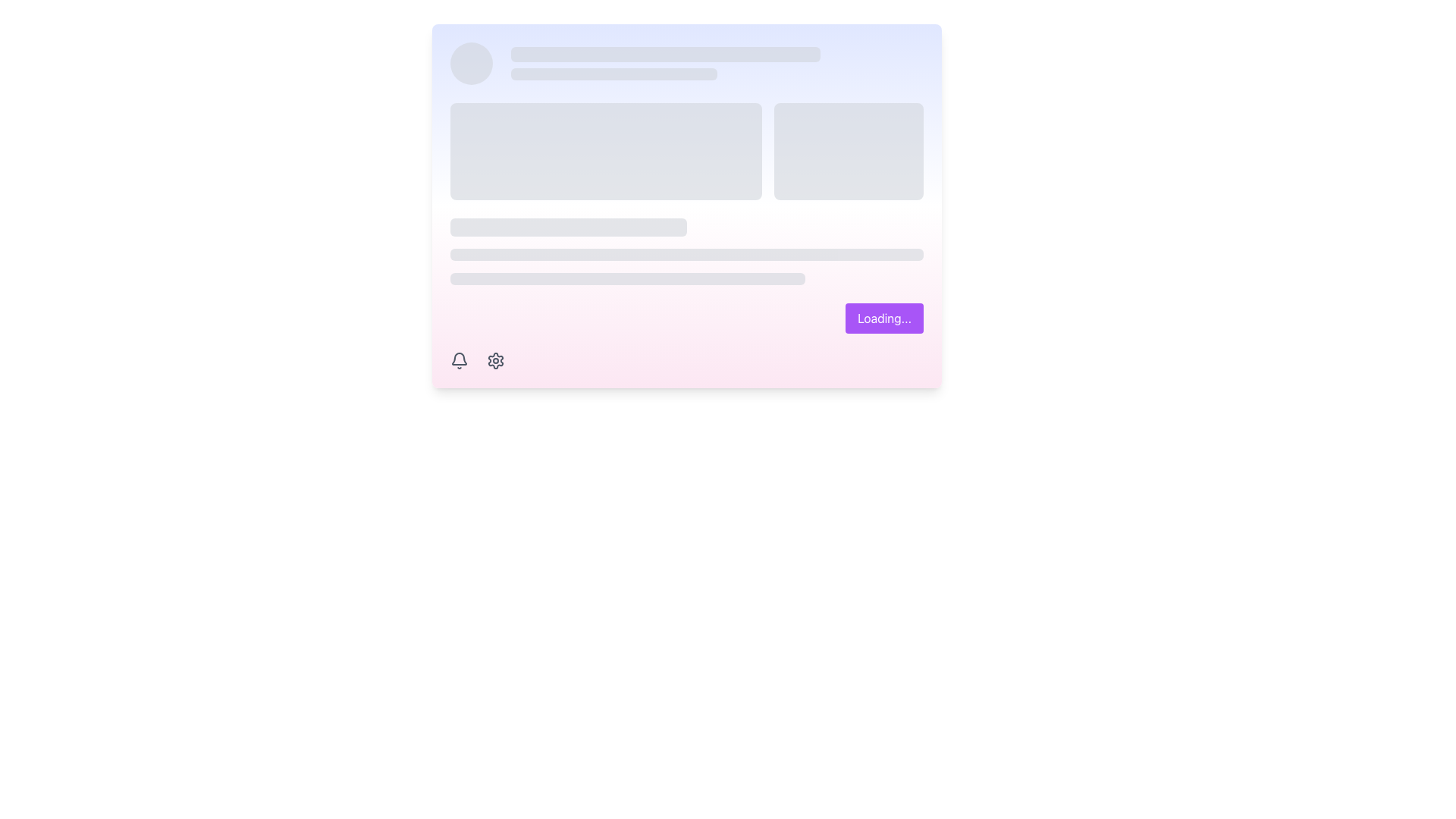  Describe the element at coordinates (666, 54) in the screenshot. I see `the Placeholder bar located at the upper section of a card-like layout, which serves as a placeholder for content` at that location.